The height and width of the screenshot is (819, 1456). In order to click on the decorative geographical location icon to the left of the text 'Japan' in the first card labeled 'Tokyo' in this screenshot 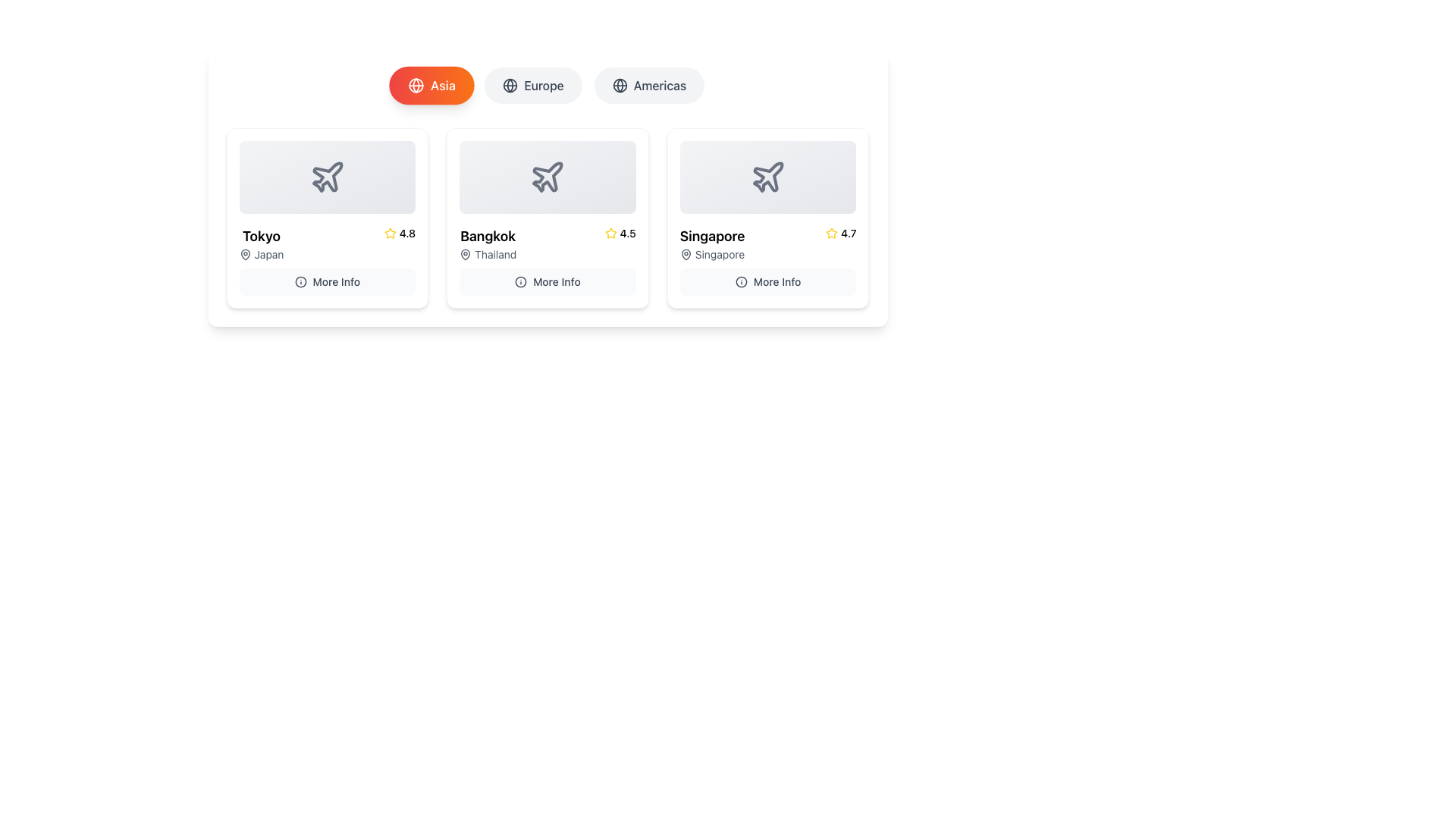, I will do `click(245, 253)`.